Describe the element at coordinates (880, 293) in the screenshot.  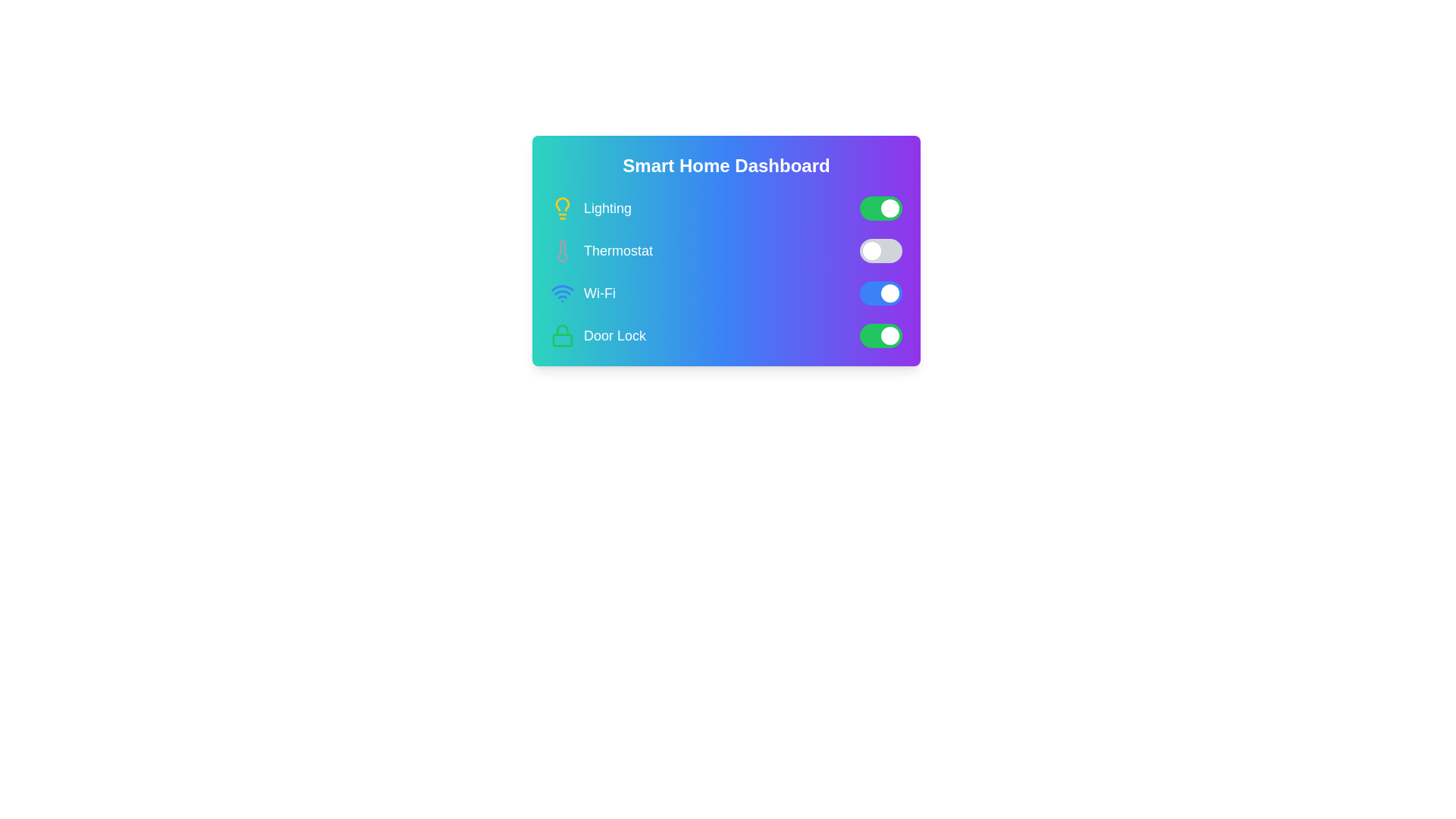
I see `the third toggle switch` at that location.